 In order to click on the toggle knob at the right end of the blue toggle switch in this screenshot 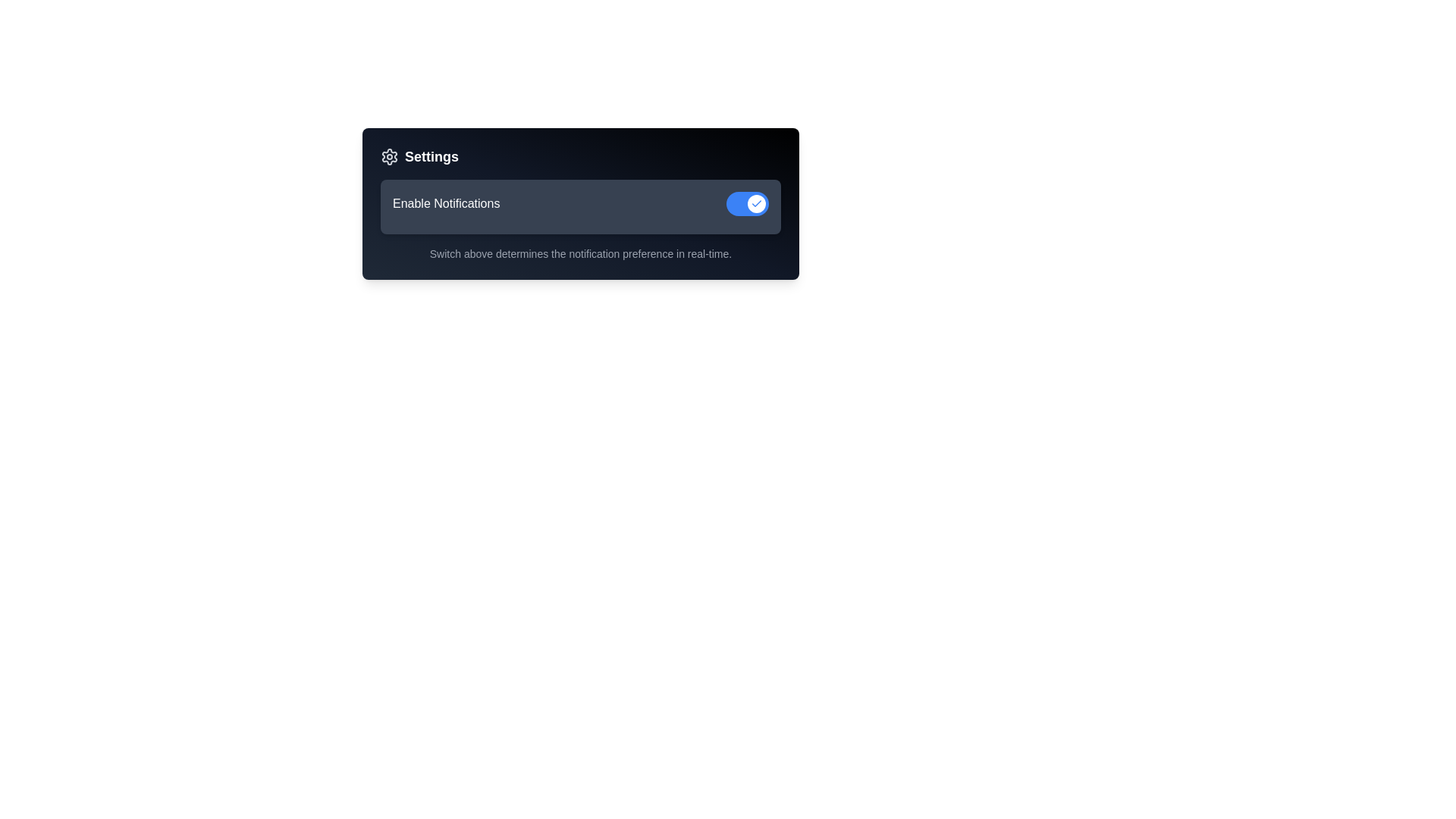, I will do `click(757, 203)`.